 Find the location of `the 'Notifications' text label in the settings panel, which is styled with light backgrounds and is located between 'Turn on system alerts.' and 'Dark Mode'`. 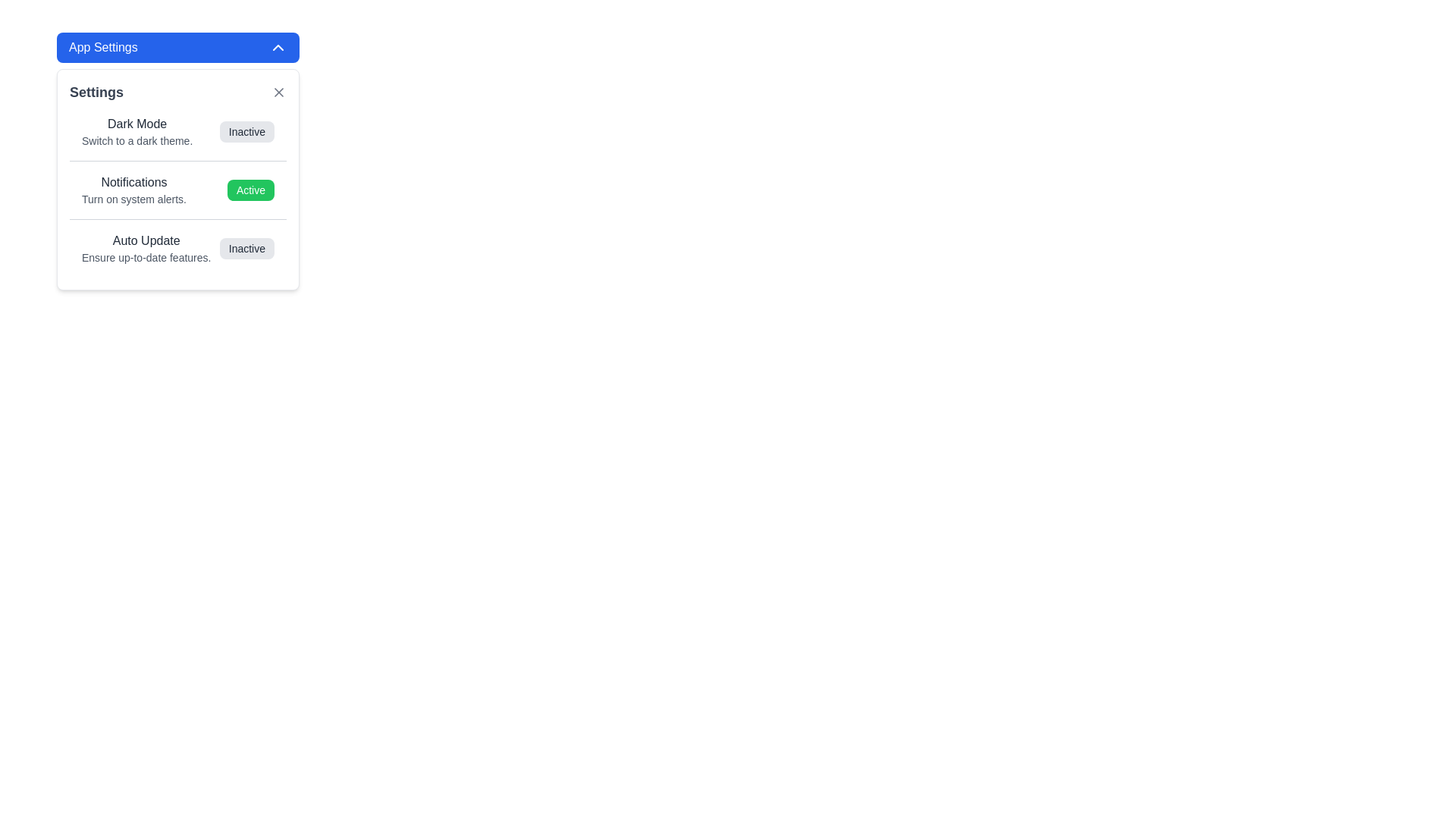

the 'Notifications' text label in the settings panel, which is styled with light backgrounds and is located between 'Turn on system alerts.' and 'Dark Mode' is located at coordinates (134, 181).